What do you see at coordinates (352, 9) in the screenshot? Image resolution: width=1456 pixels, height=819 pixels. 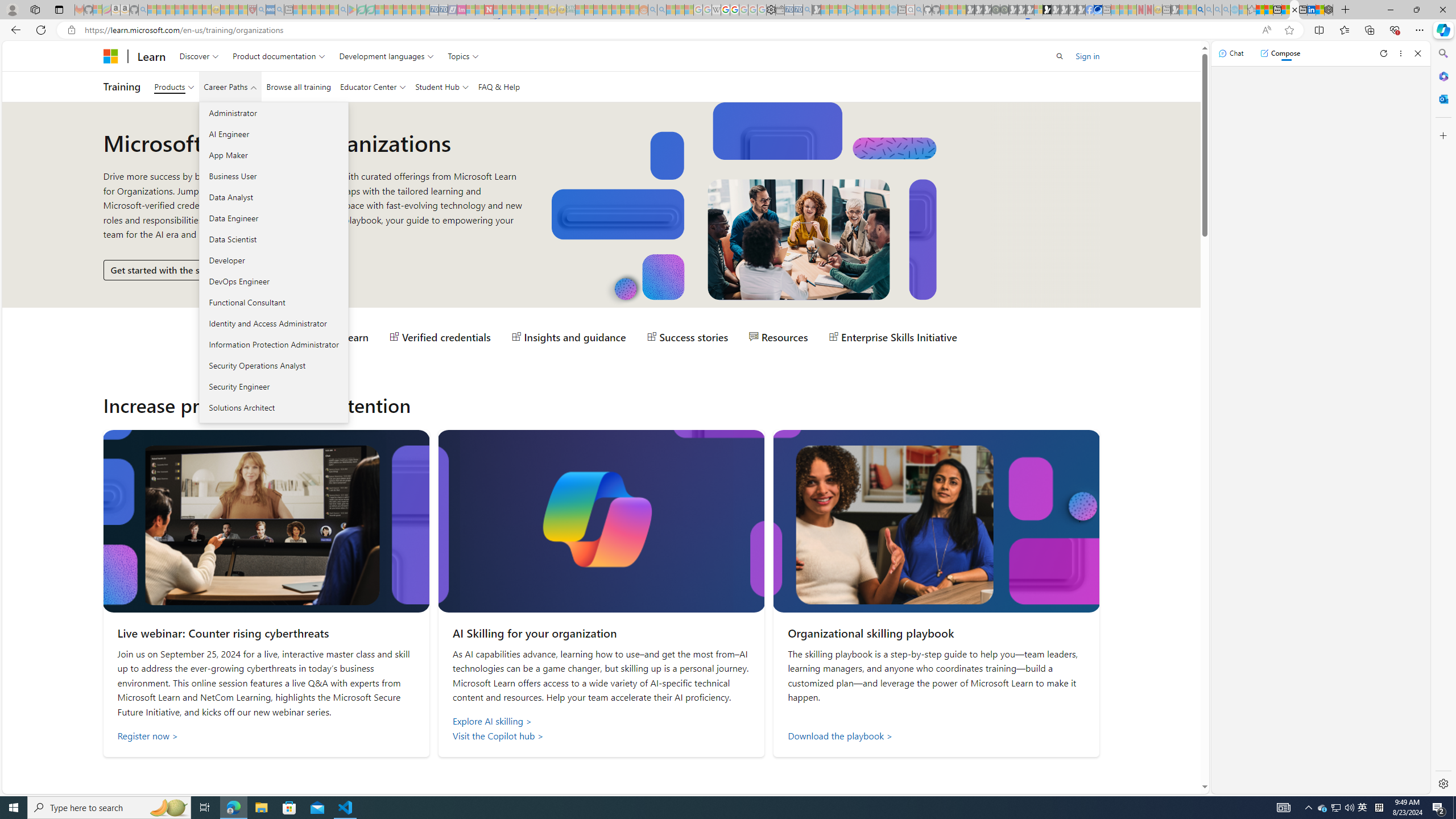 I see `'Bluey: Let'` at bounding box center [352, 9].